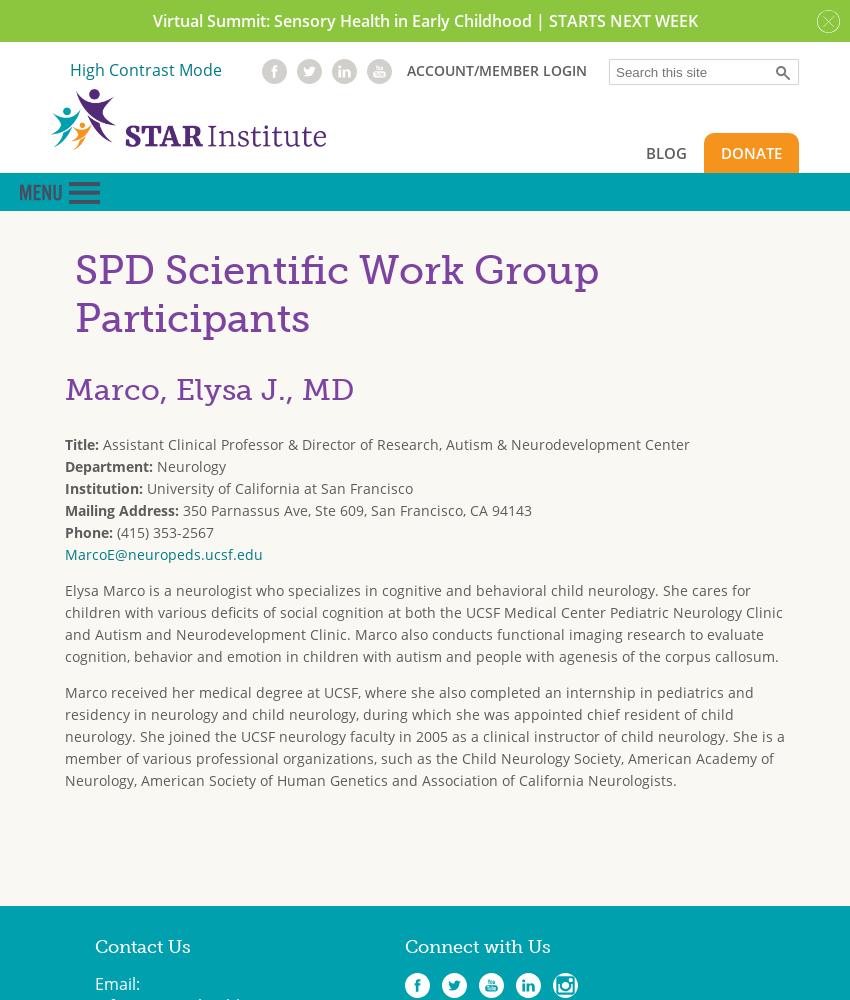 The width and height of the screenshot is (850, 1000). Describe the element at coordinates (337, 294) in the screenshot. I see `'SPD Scientific Work Group Participants'` at that location.